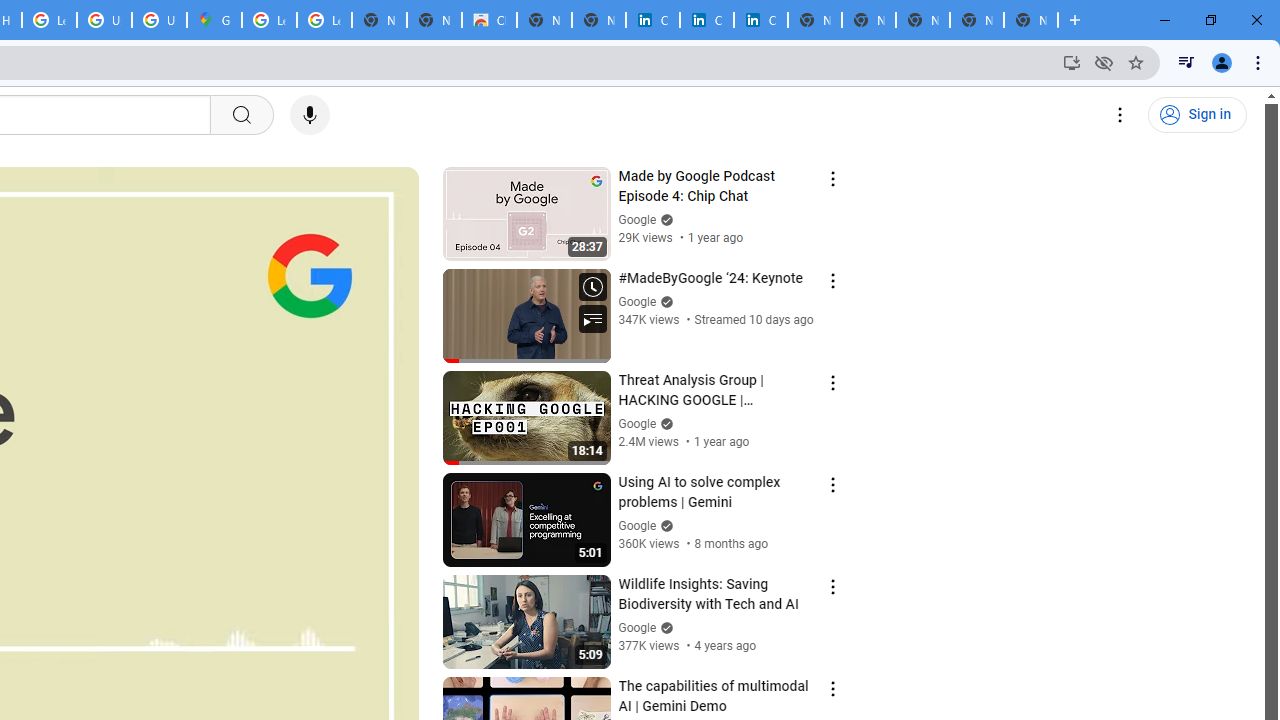  What do you see at coordinates (489, 20) in the screenshot?
I see `'Chrome Web Store'` at bounding box center [489, 20].